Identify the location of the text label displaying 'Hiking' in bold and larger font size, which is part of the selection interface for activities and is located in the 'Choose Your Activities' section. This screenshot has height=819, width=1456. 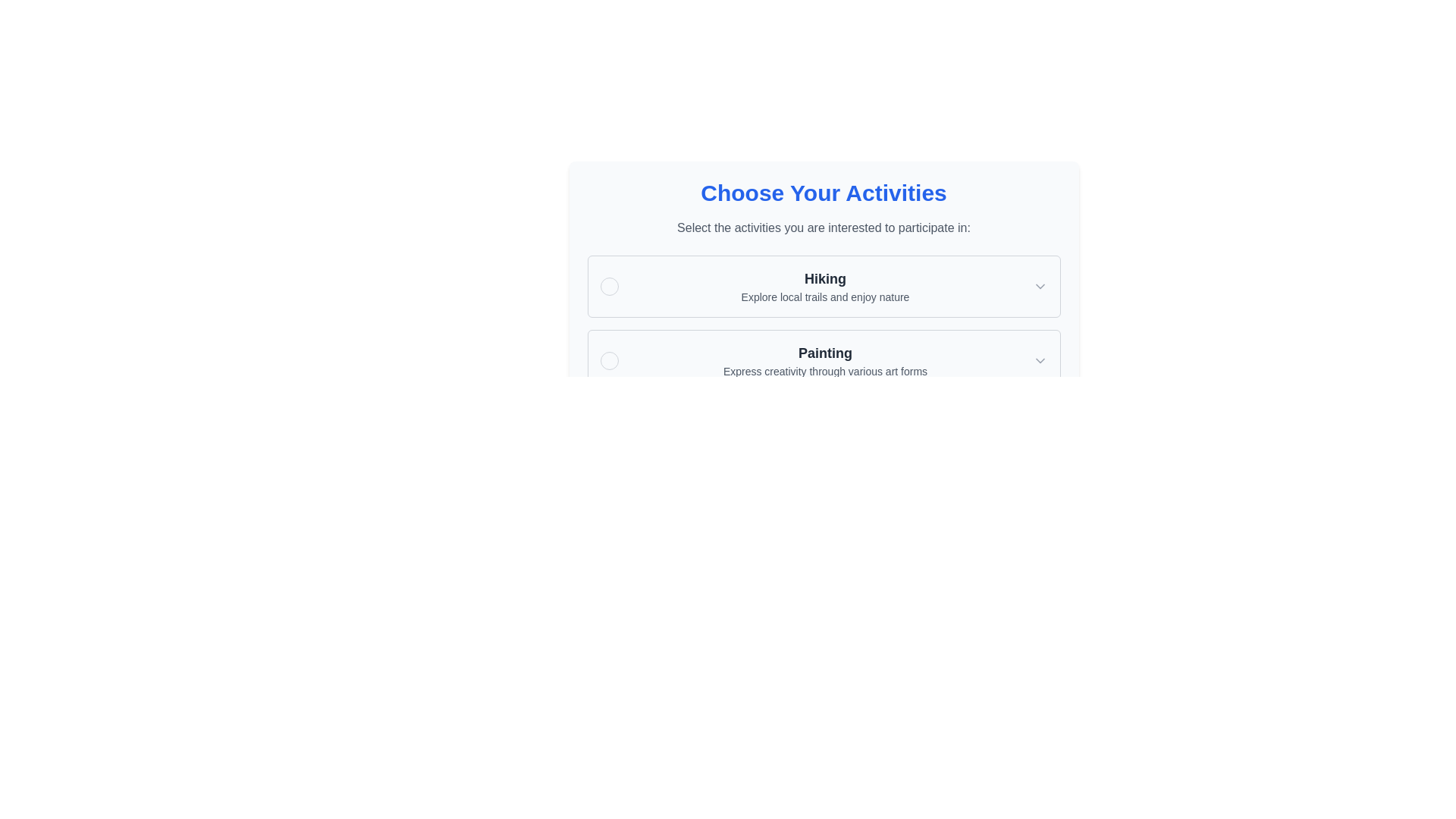
(824, 278).